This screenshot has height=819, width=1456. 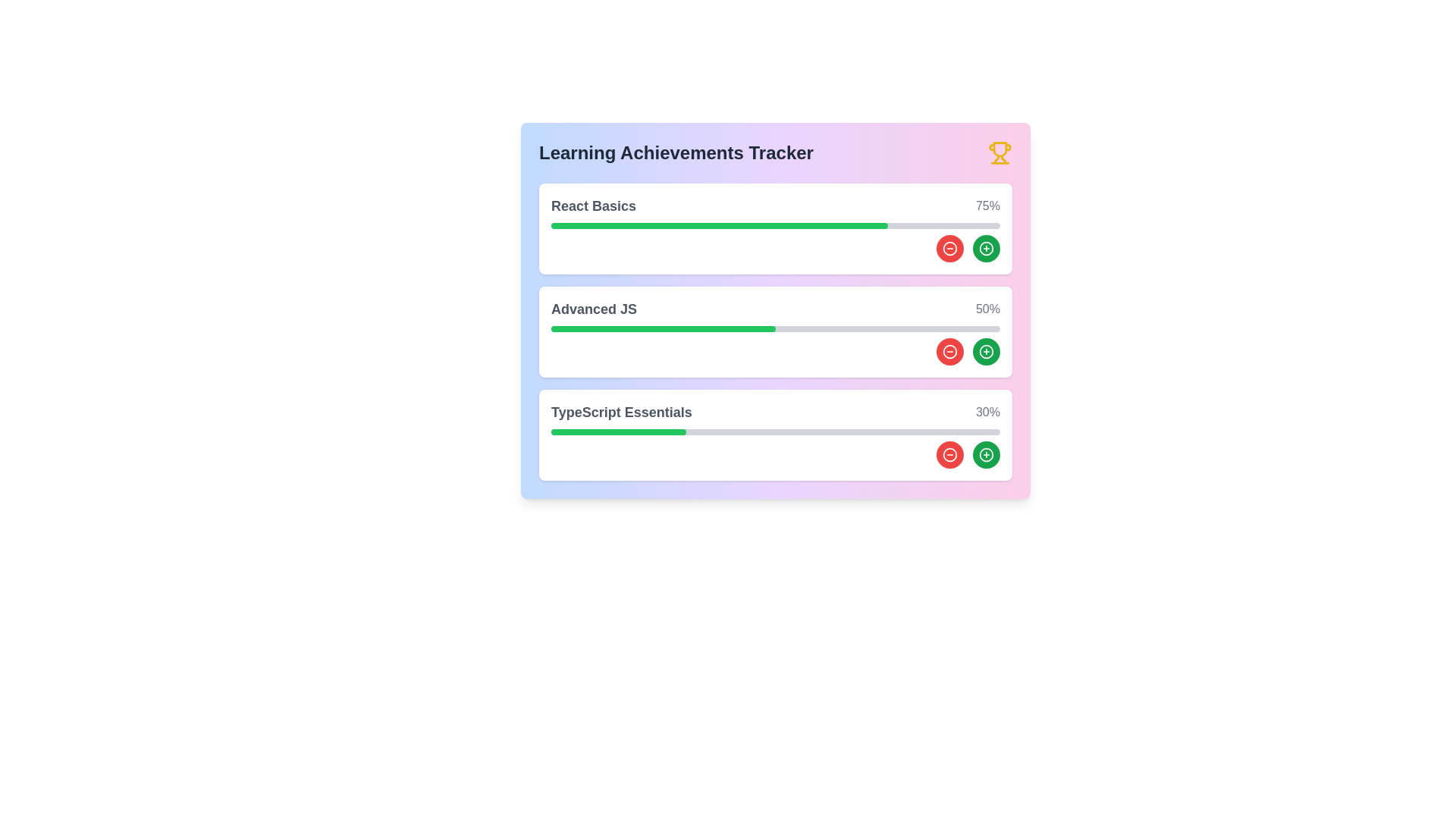 What do you see at coordinates (986, 247) in the screenshot?
I see `the small circle at the center of the green circular button located on the right side of the 'React Basics' progress bar` at bounding box center [986, 247].